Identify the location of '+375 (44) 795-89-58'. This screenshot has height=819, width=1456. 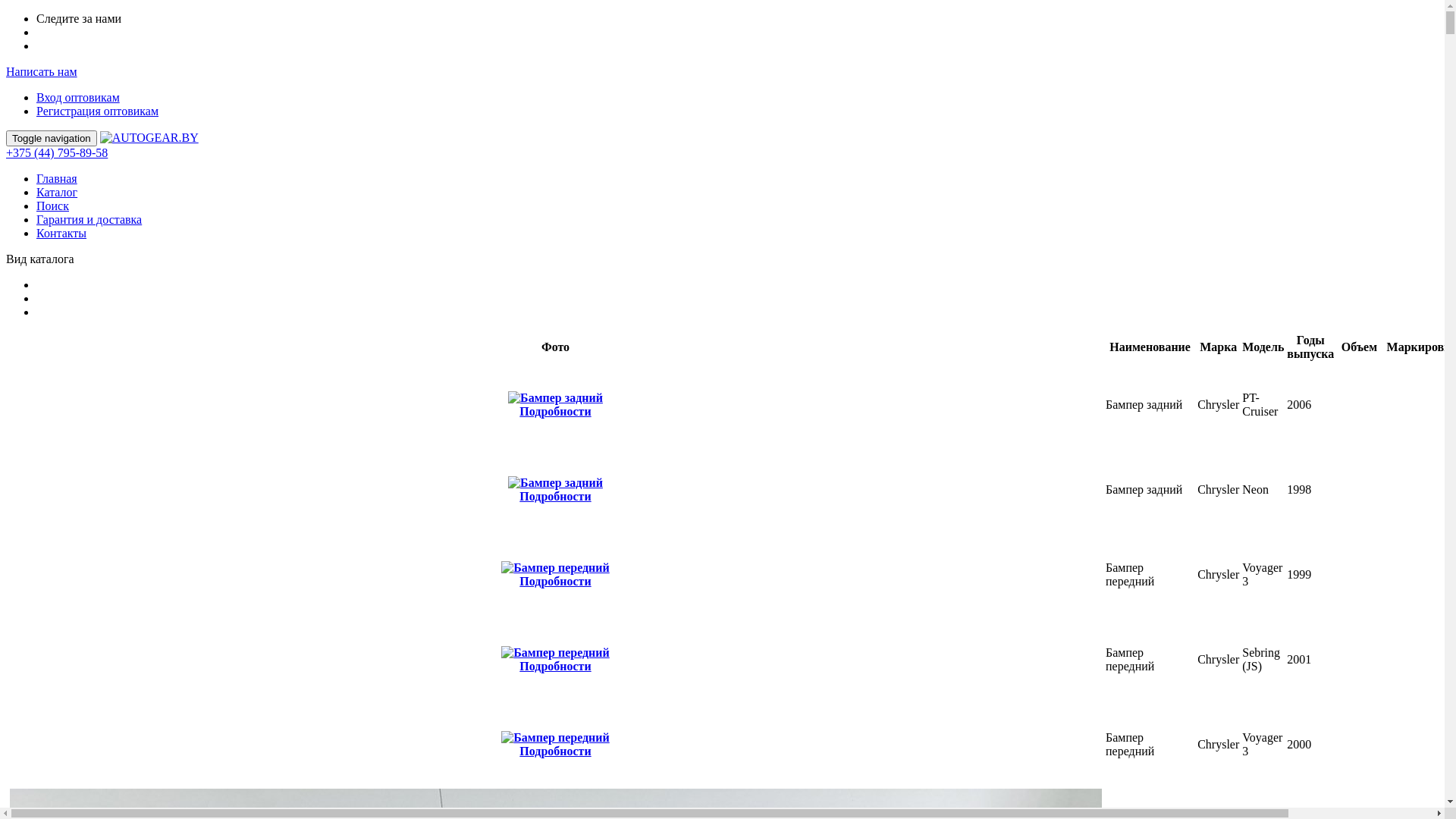
(57, 152).